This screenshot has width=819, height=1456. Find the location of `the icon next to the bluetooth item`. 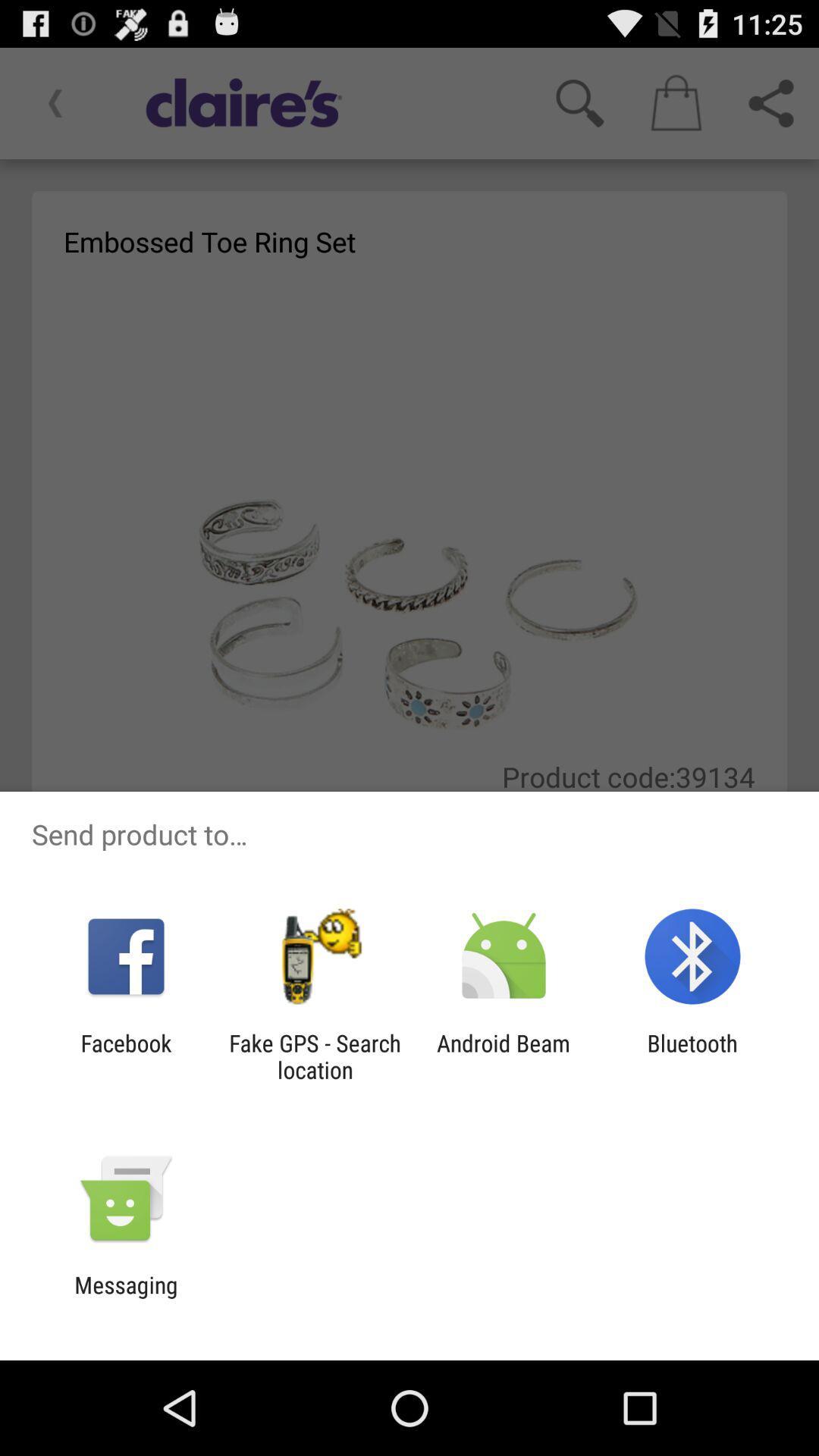

the icon next to the bluetooth item is located at coordinates (504, 1056).